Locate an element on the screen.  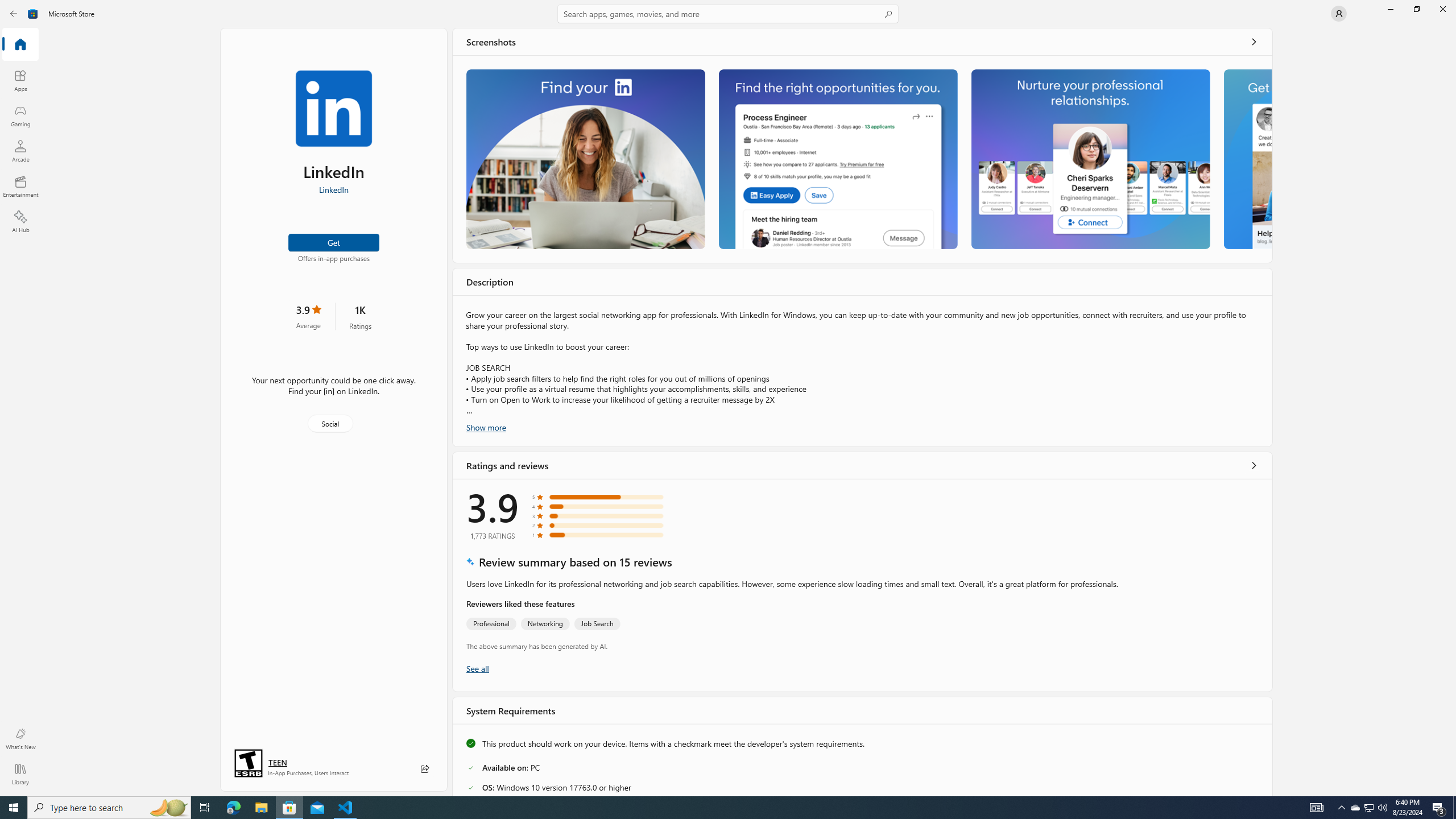
'Search' is located at coordinates (728, 13).